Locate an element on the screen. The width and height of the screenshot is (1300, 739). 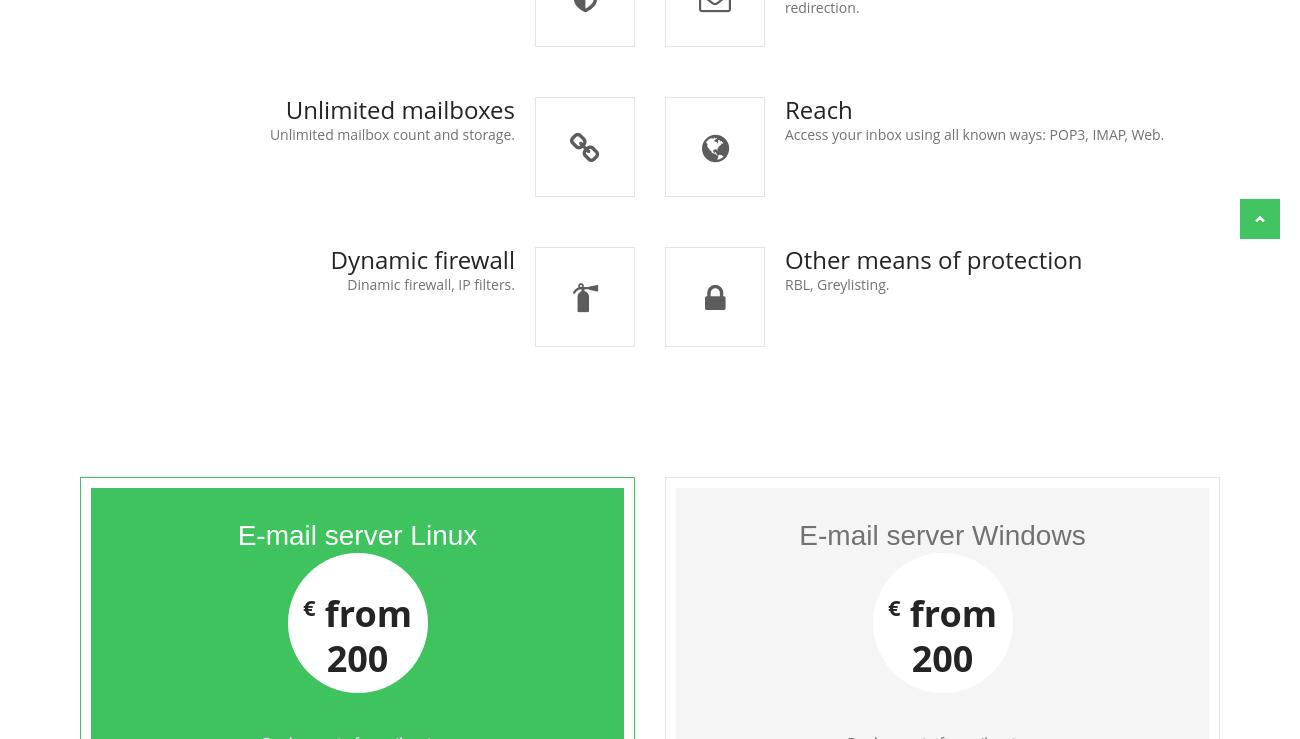
'Unlimited mailboxes' is located at coordinates (400, 109).